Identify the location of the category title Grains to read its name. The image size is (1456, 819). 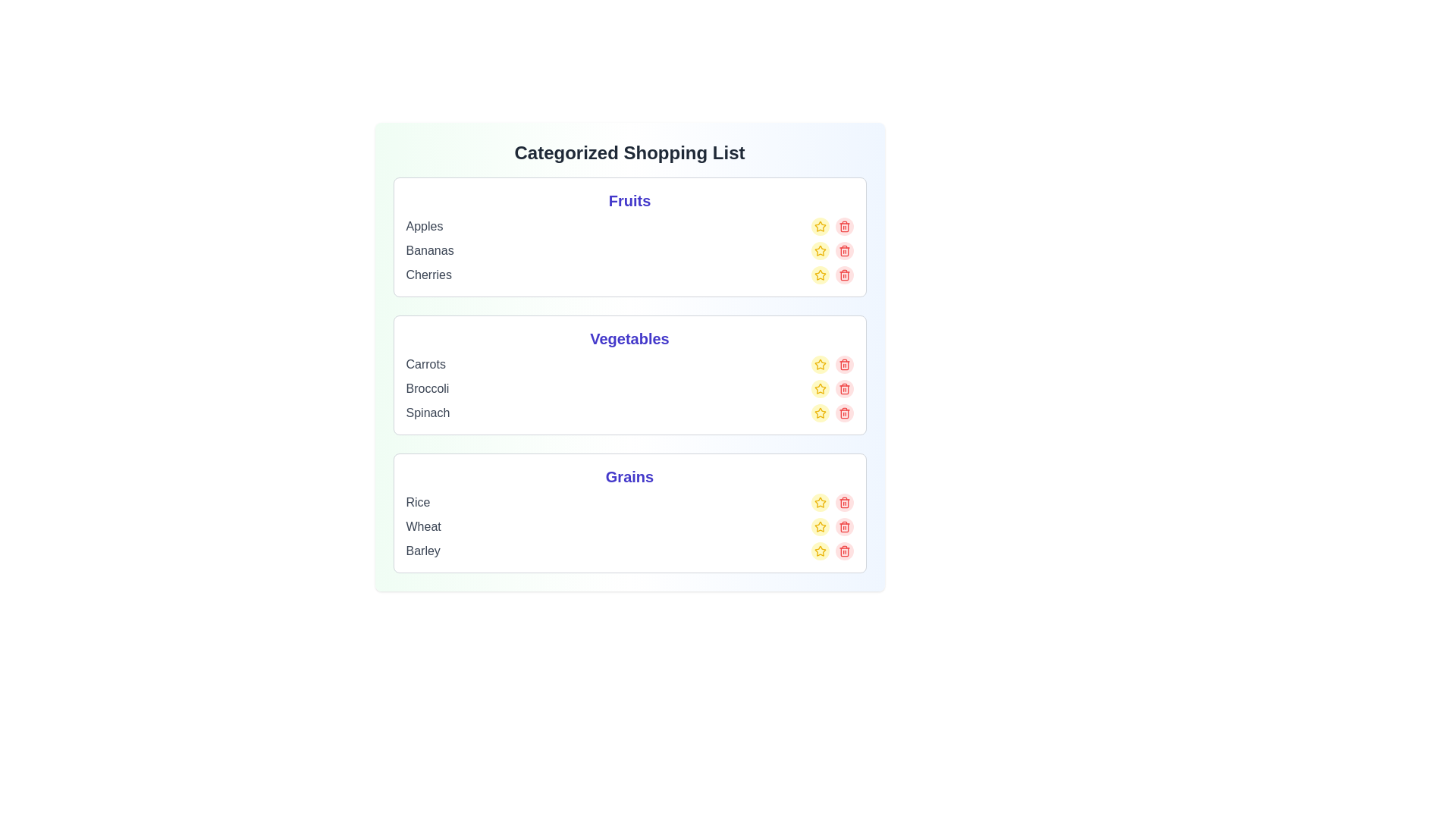
(629, 475).